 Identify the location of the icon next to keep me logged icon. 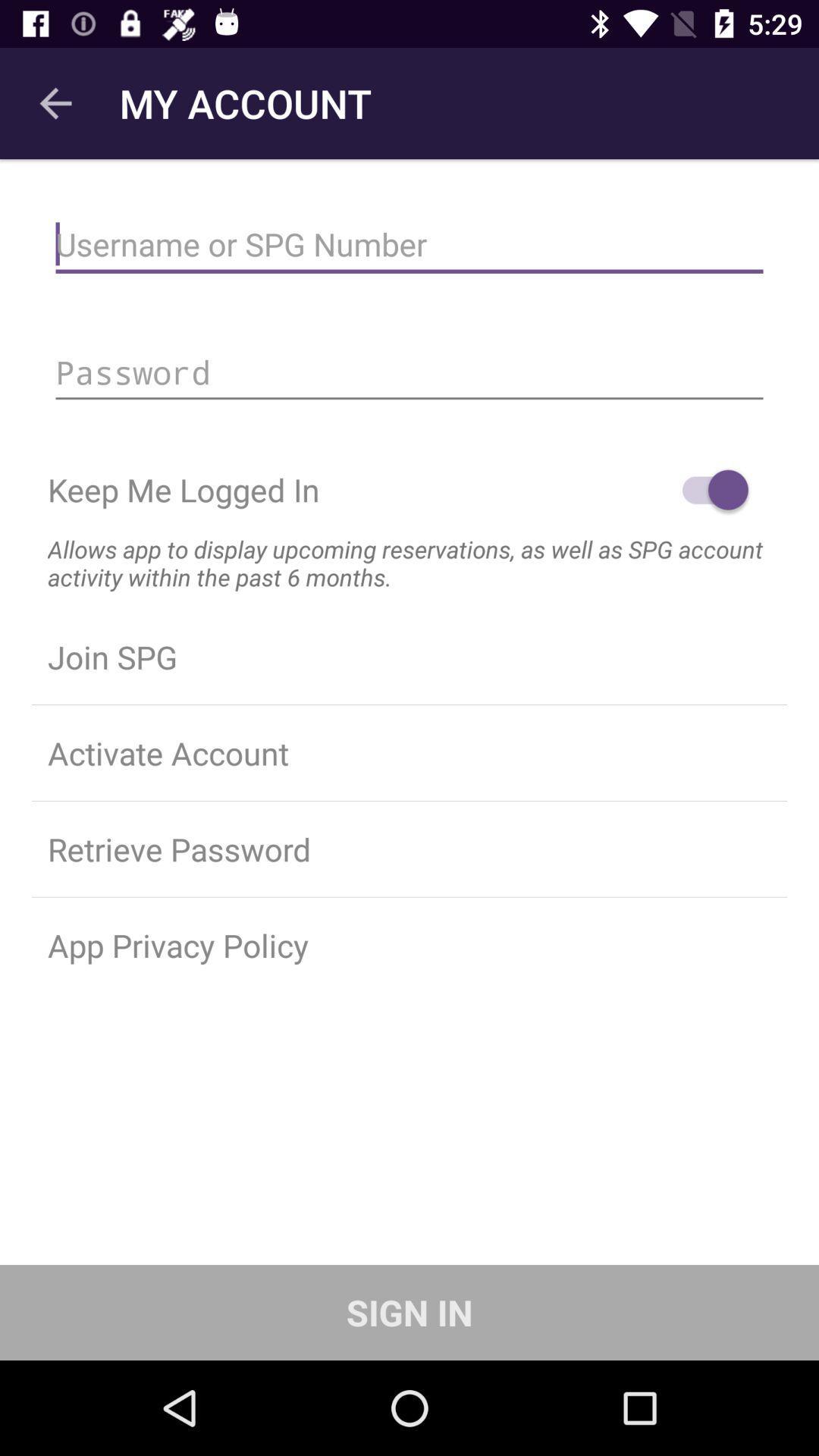
(708, 490).